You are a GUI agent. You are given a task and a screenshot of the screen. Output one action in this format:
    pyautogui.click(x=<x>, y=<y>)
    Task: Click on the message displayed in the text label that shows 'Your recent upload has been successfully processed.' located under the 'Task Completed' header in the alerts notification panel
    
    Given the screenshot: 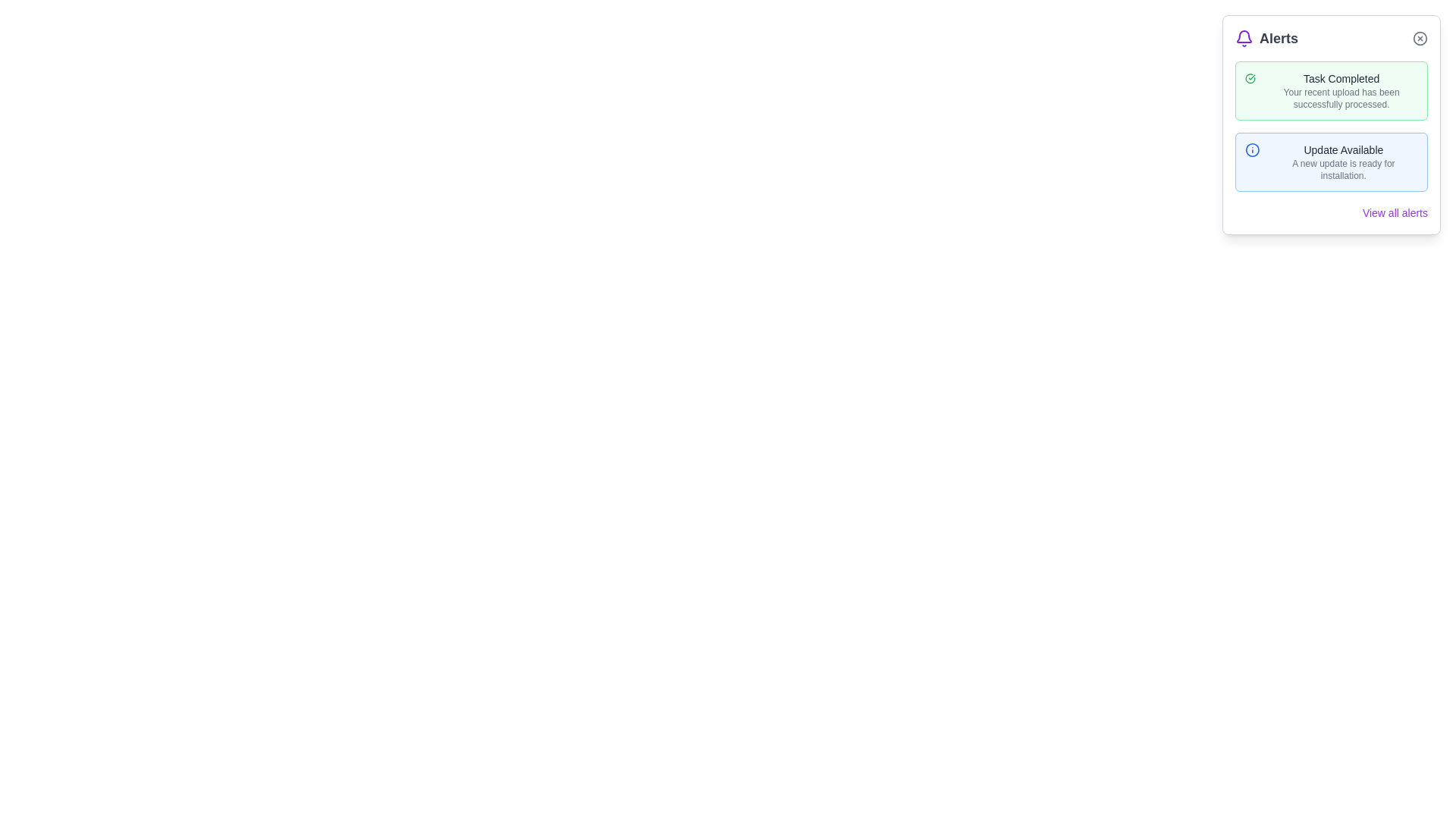 What is the action you would take?
    pyautogui.click(x=1341, y=99)
    